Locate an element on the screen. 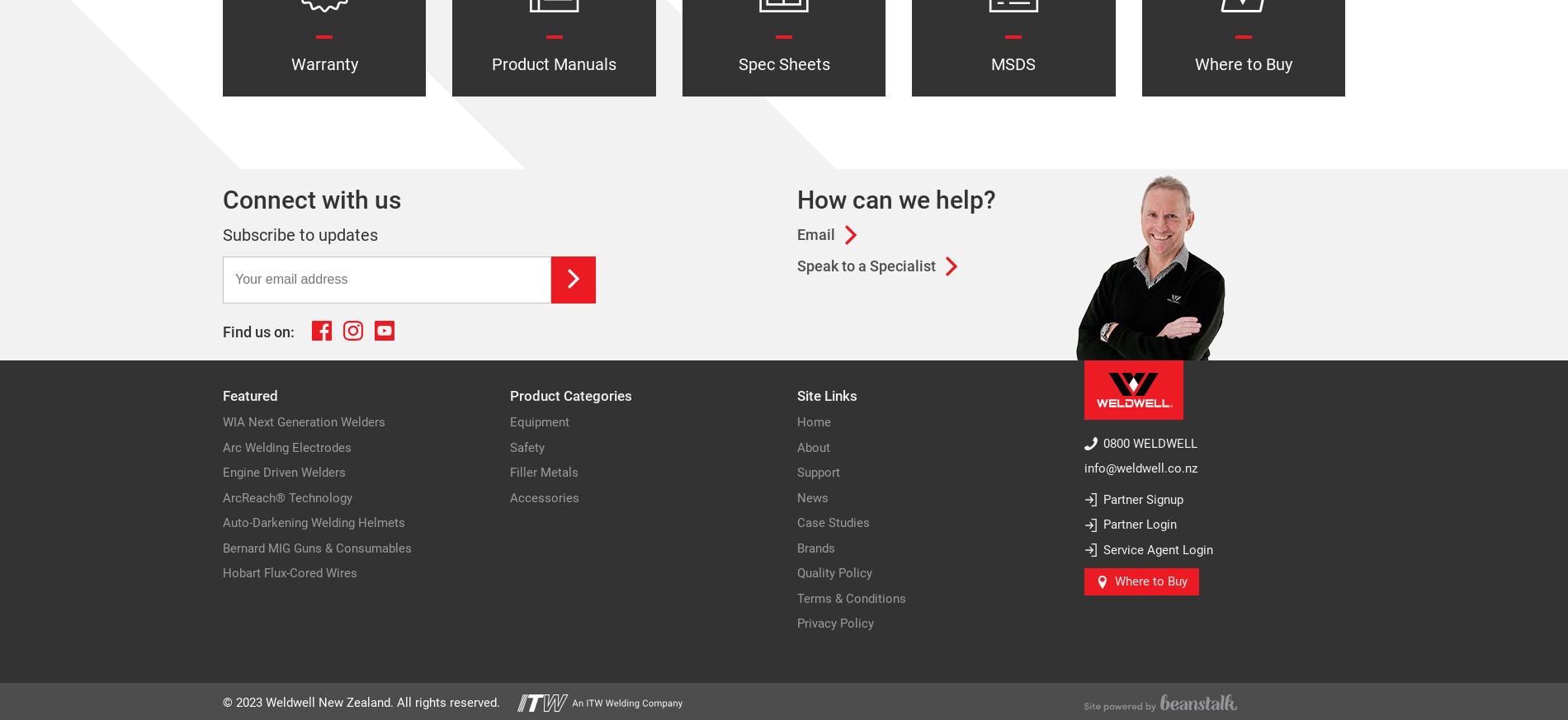  'MSDS' is located at coordinates (1012, 63).